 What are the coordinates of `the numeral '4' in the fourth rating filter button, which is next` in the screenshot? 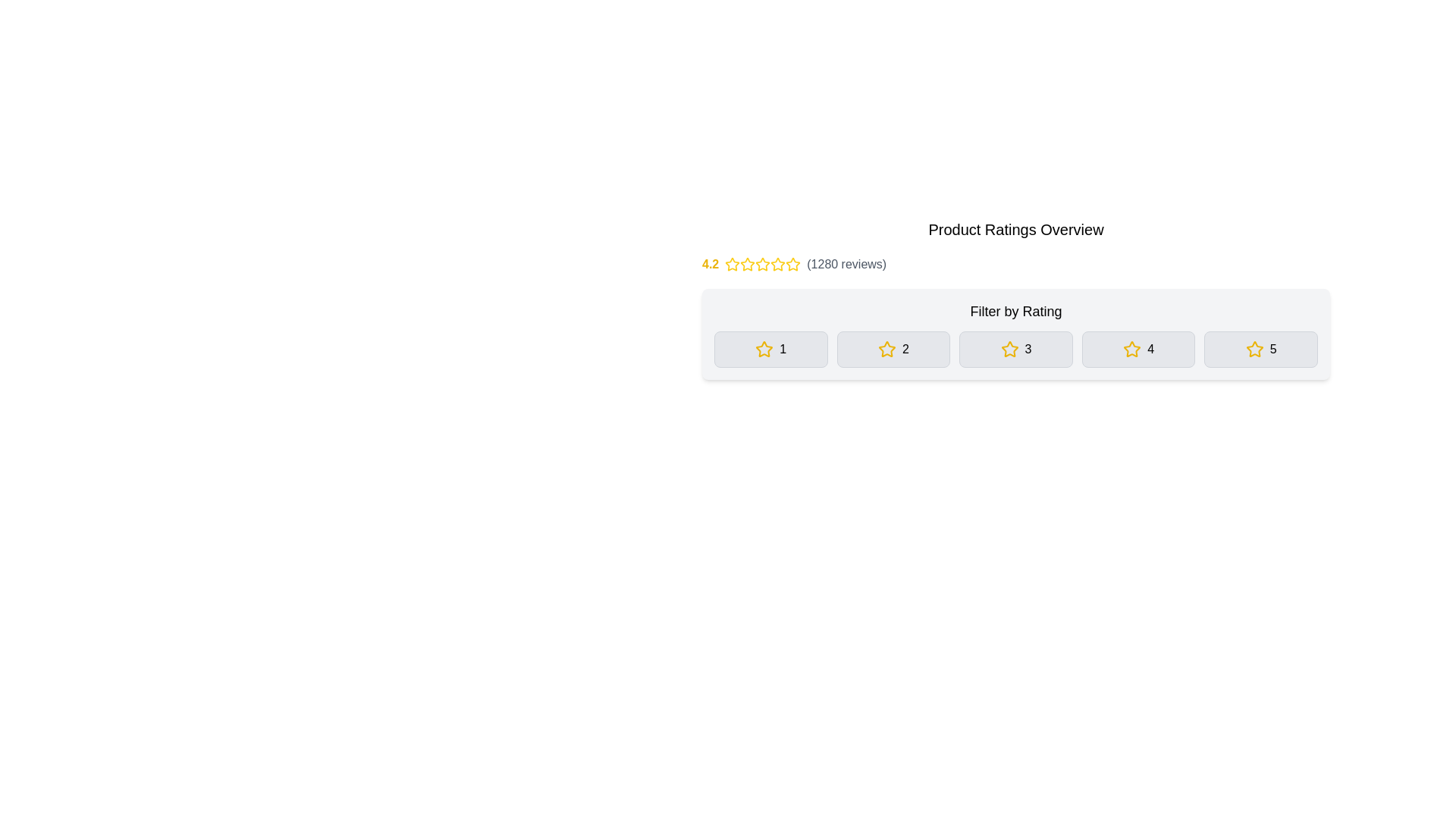 It's located at (1150, 350).